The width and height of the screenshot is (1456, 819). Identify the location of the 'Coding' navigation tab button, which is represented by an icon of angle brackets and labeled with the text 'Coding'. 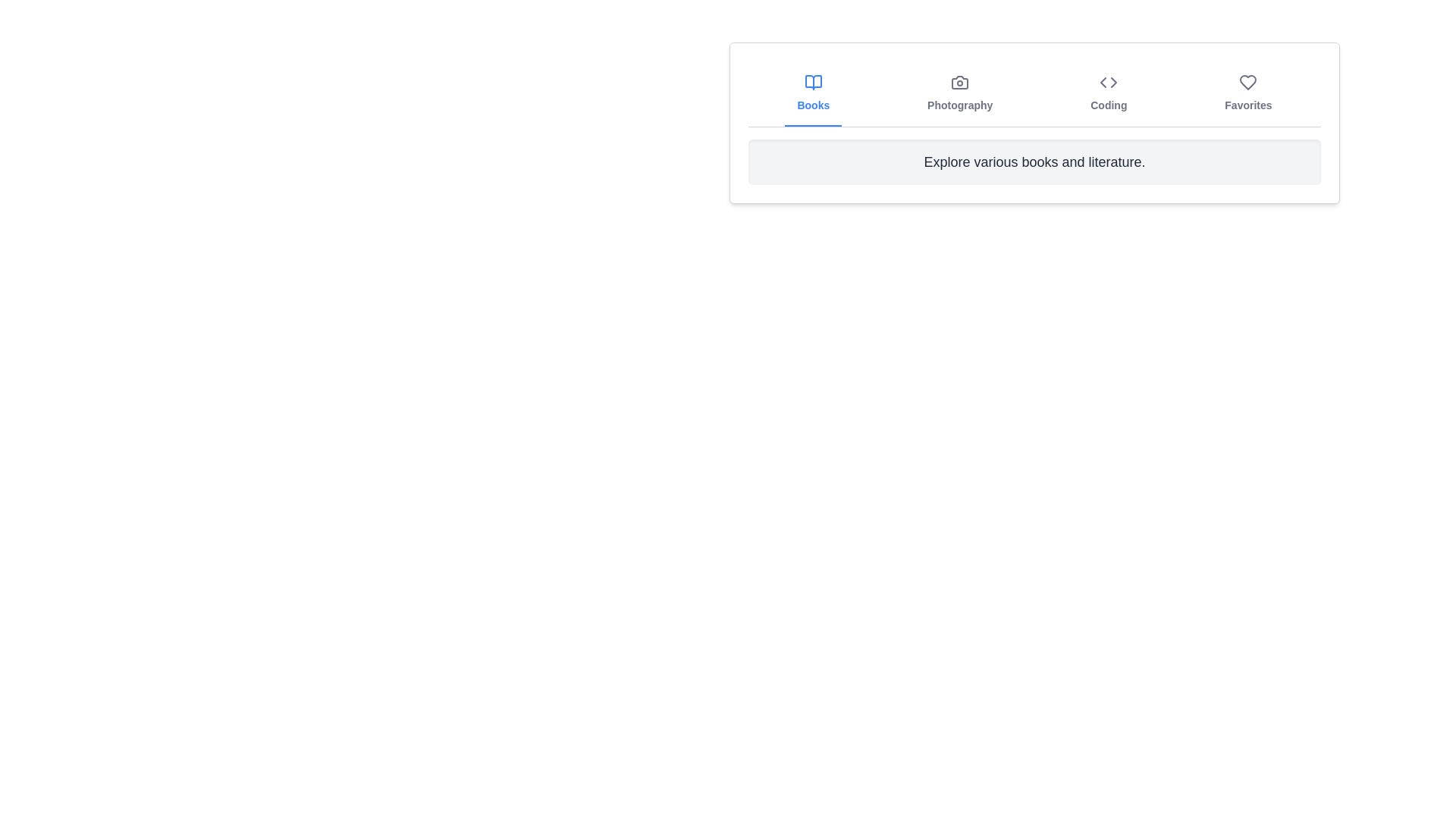
(1109, 93).